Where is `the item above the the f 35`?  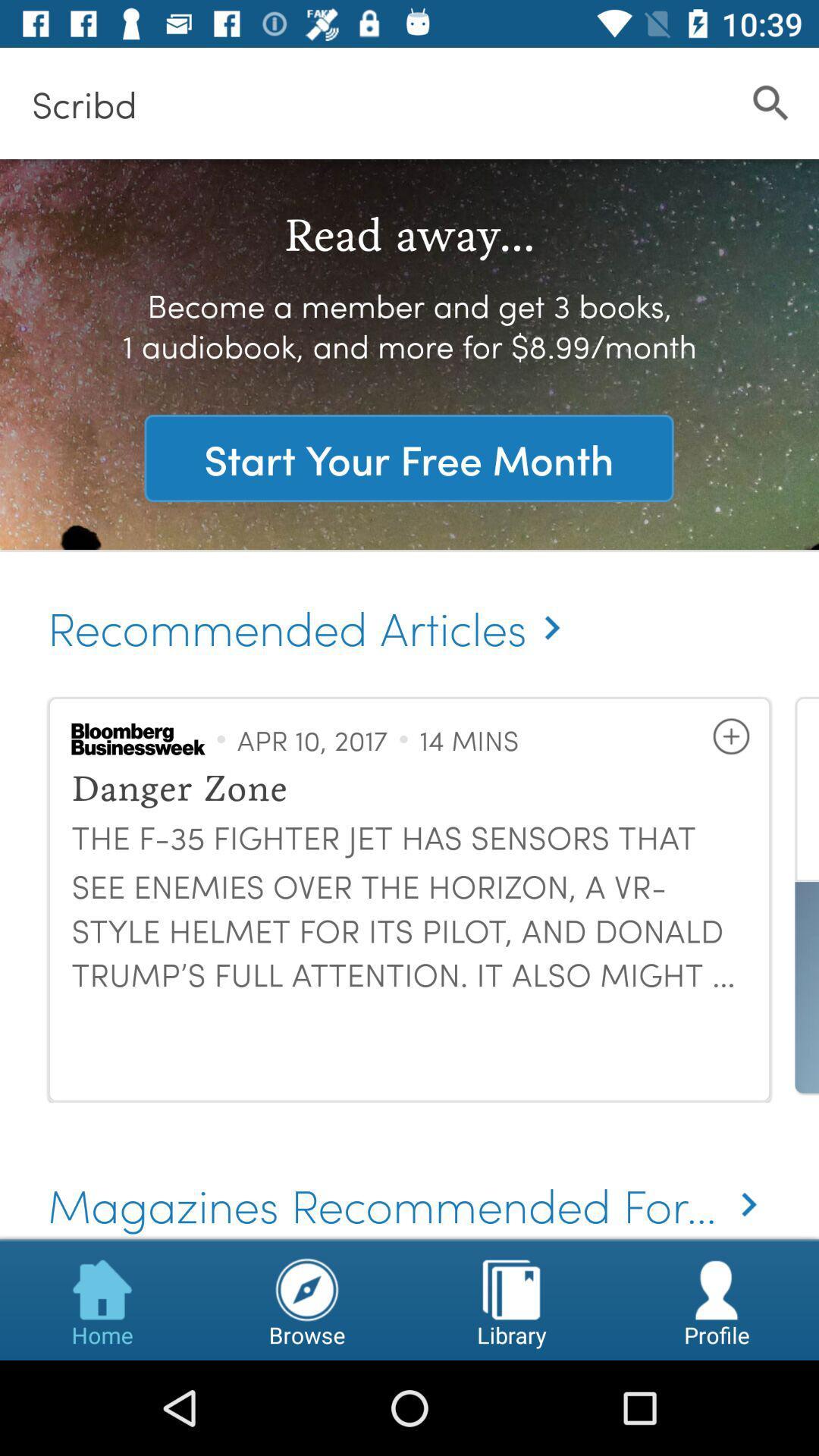
the item above the the f 35 is located at coordinates (730, 736).